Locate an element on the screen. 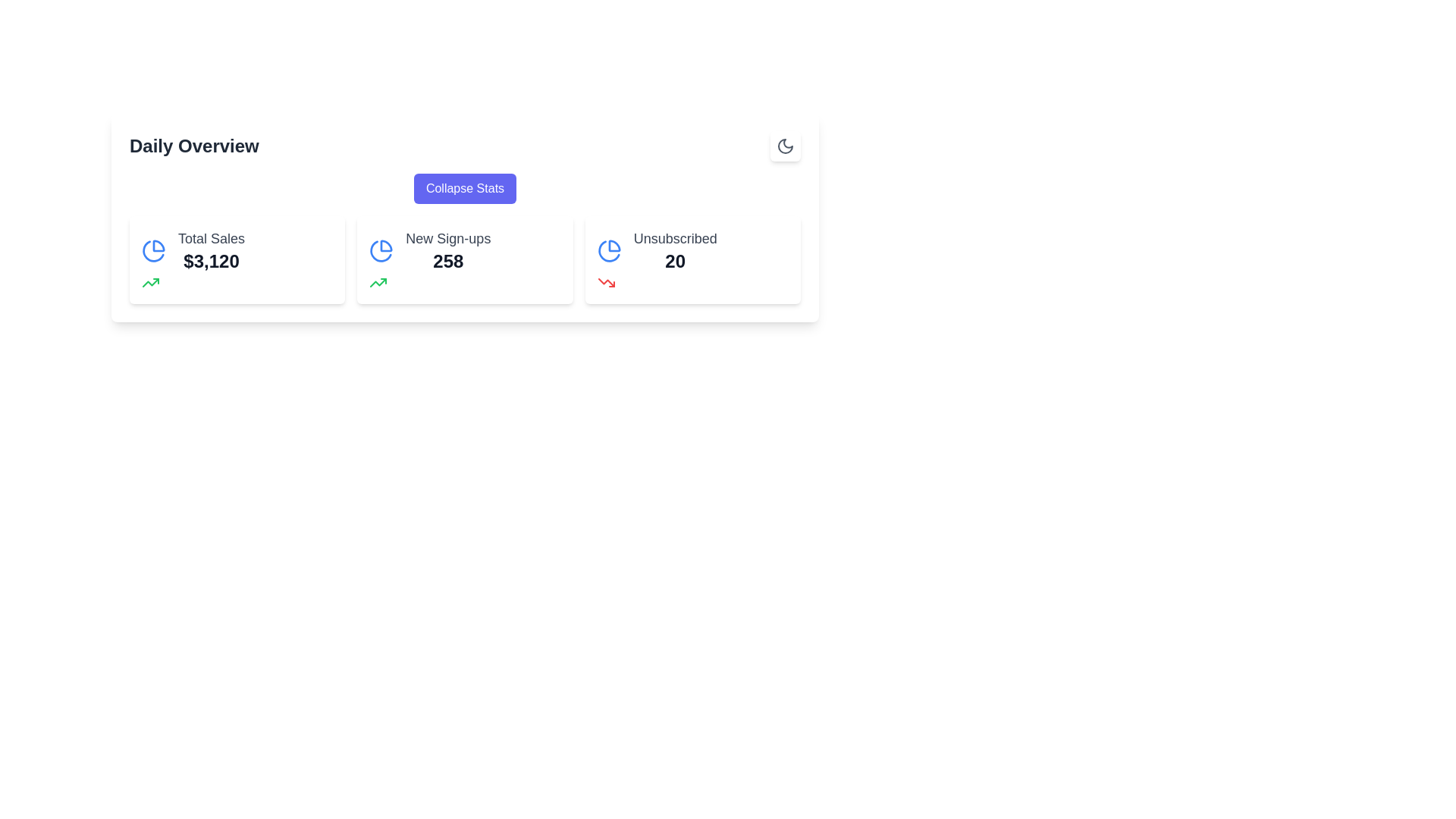 This screenshot has height=819, width=1456. the positive trend arrow icon located in the bottom-left corner of the 'Total Sales' card in the 'Daily Overview' section to visually indicate an increase in total sales is located at coordinates (378, 283).